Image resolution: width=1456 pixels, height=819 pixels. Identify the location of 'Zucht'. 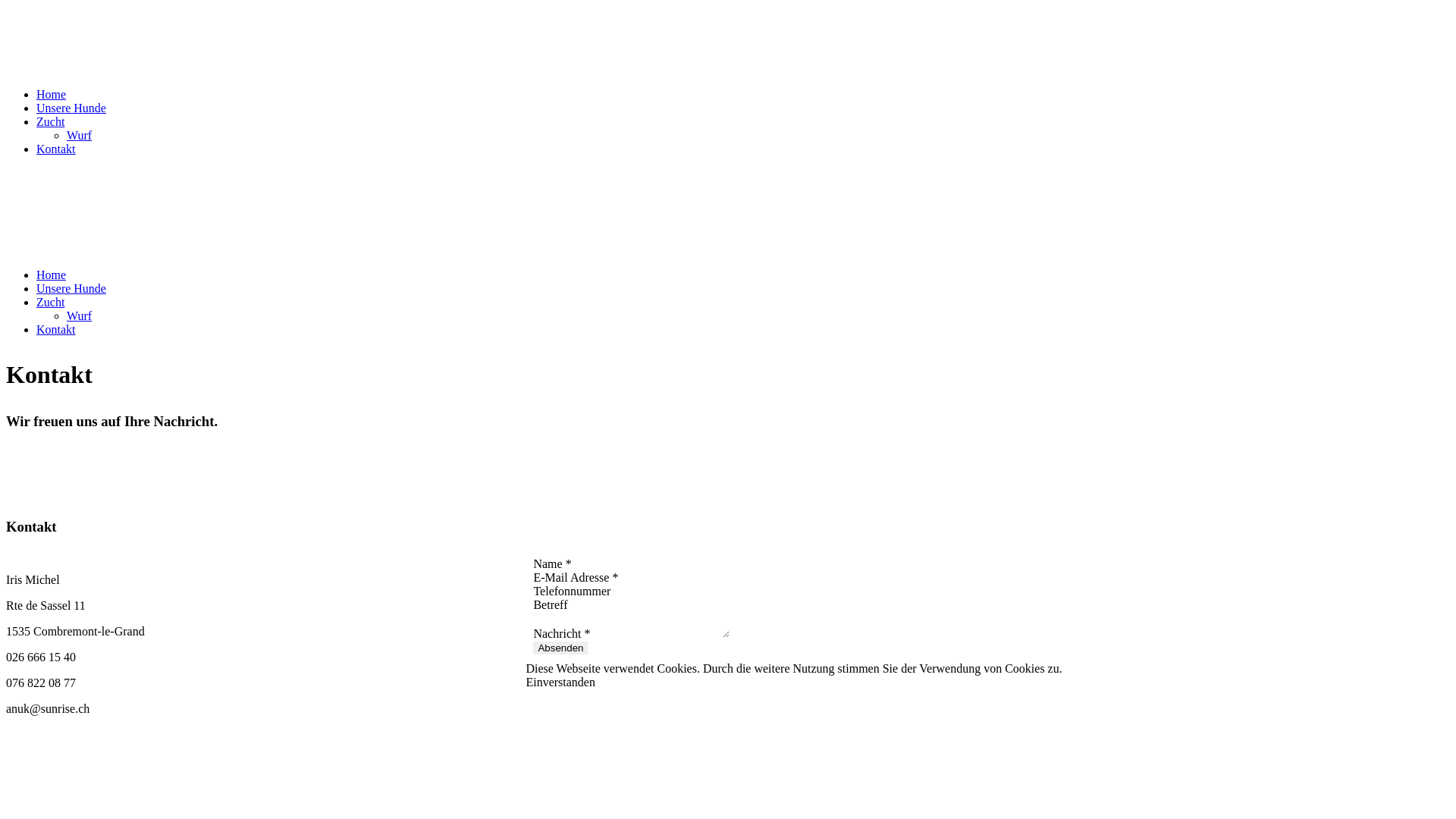
(50, 121).